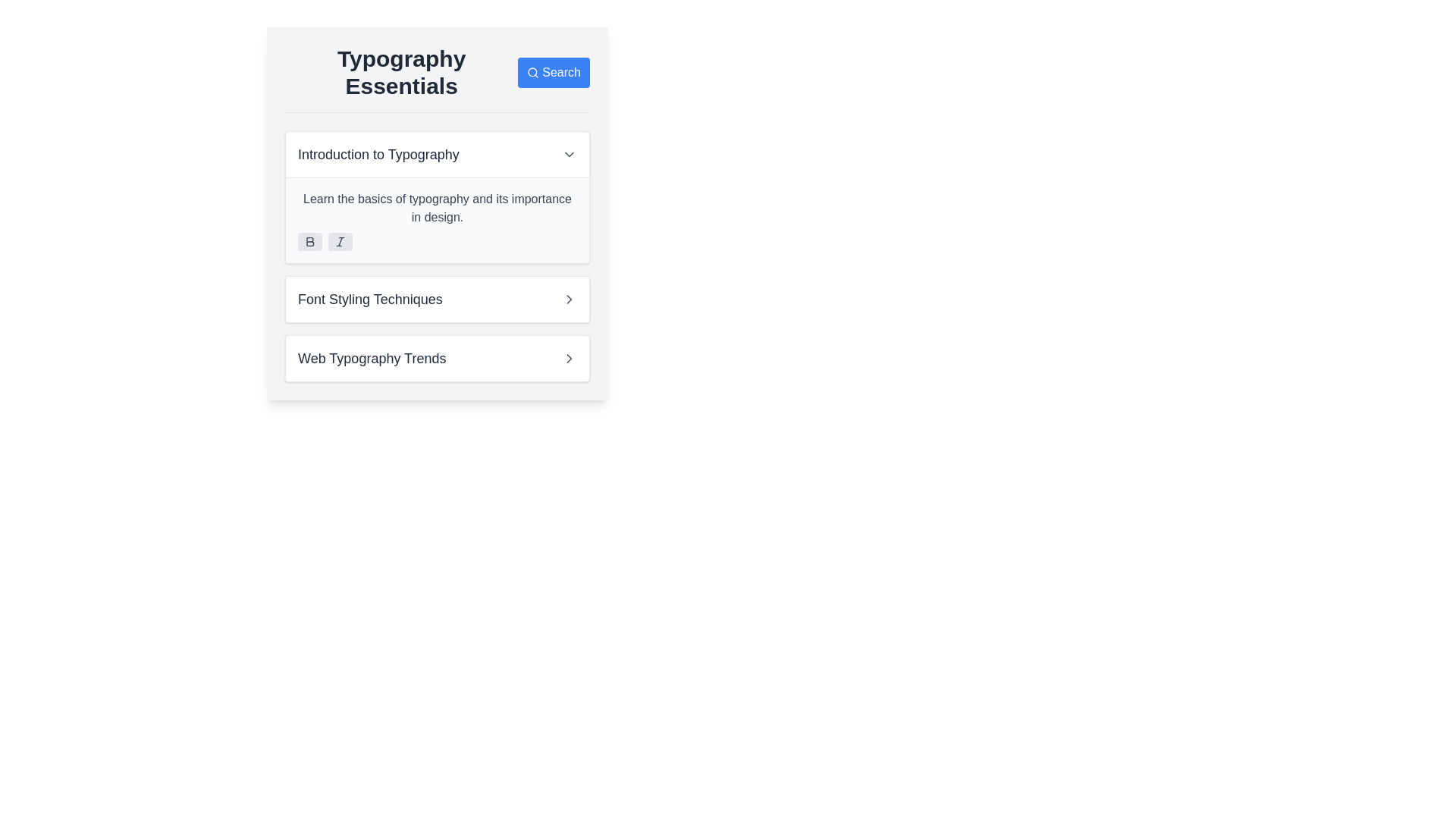  What do you see at coordinates (340, 241) in the screenshot?
I see `the second interactive button styled with a gray background and rounded corners, which contains a stylized italic letter 'I' icon, located under the 'Introduction to Typography' section` at bounding box center [340, 241].